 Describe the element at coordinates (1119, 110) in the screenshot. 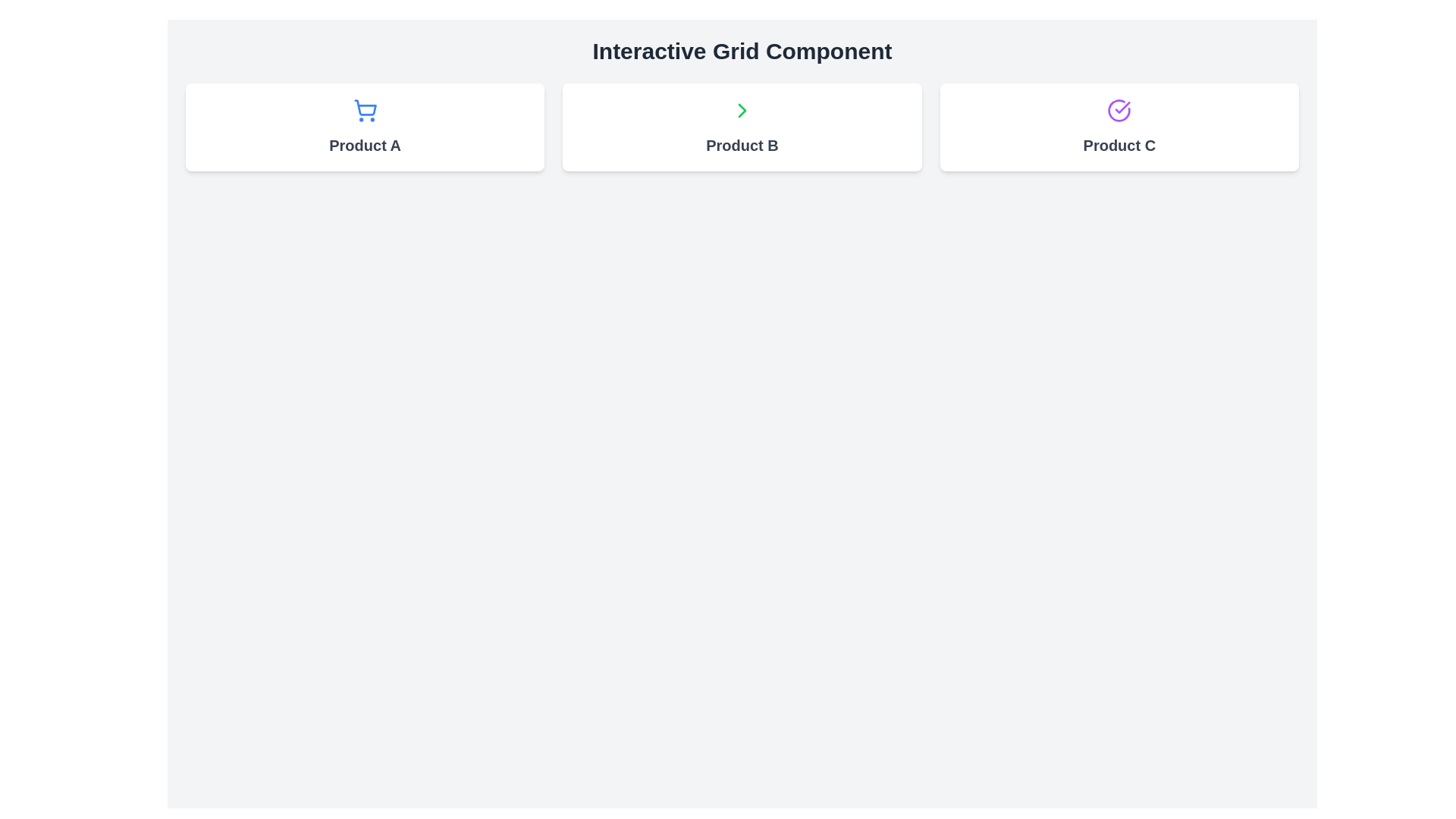

I see `the completion icon associated with 'Product C', located in the rightmost card of the three-card layout` at that location.